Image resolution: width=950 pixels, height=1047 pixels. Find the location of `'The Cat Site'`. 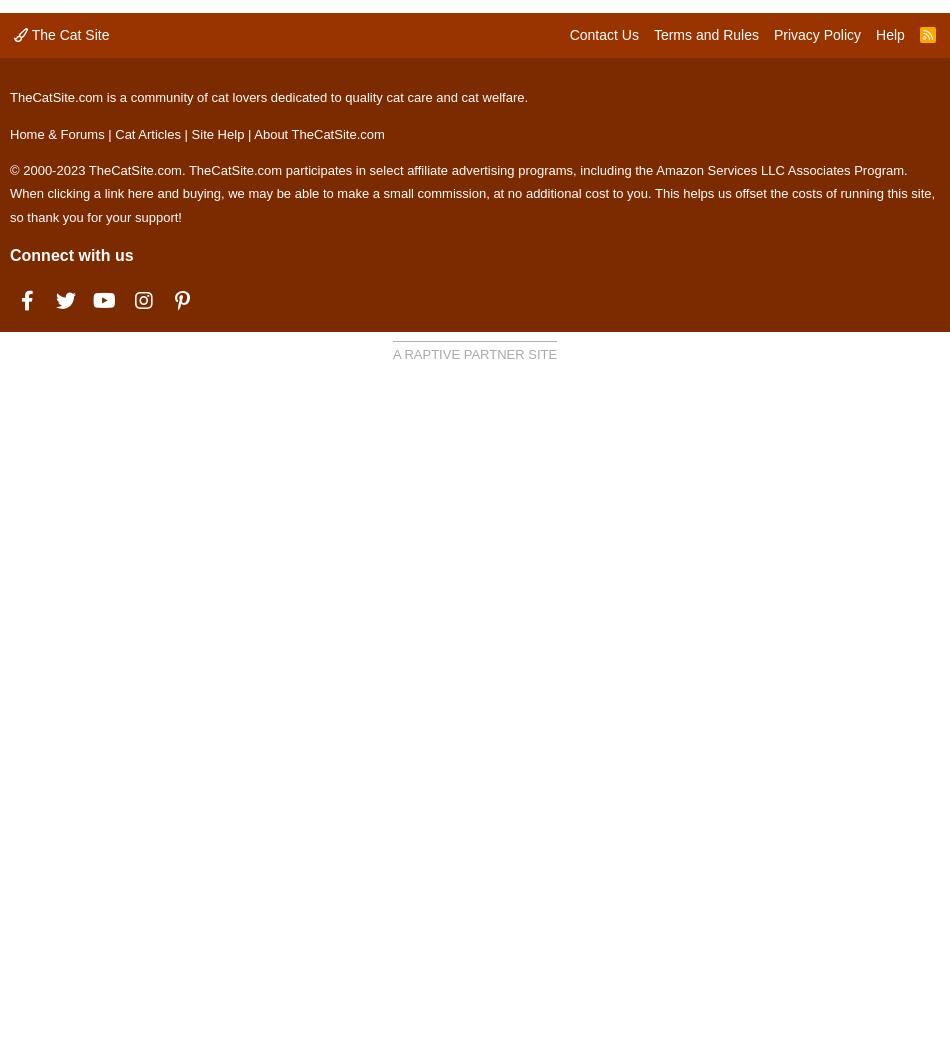

'The Cat Site' is located at coordinates (68, 33).